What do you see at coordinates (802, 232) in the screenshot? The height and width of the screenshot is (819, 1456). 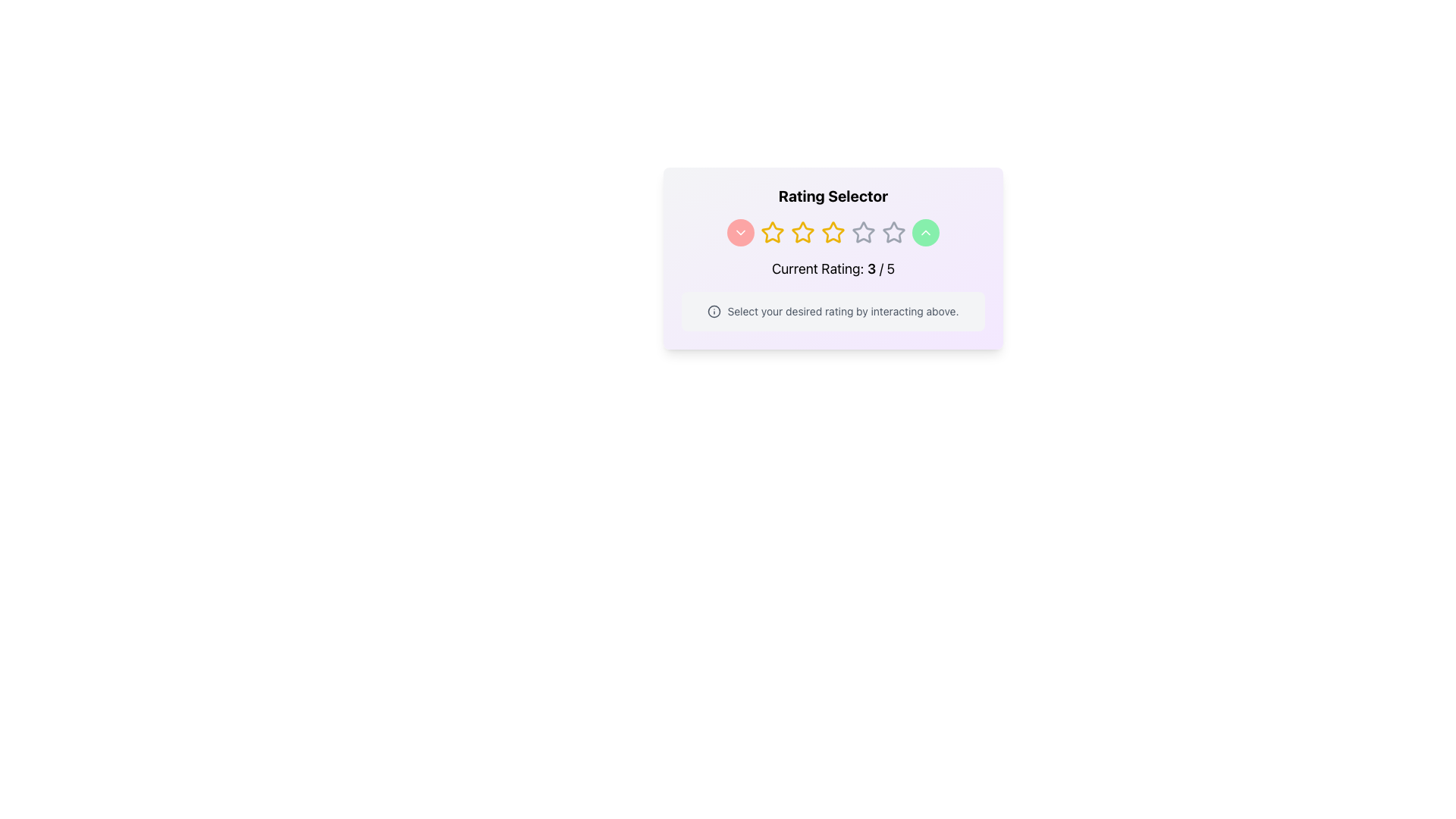 I see `the third yellow outlined star icon` at bounding box center [802, 232].